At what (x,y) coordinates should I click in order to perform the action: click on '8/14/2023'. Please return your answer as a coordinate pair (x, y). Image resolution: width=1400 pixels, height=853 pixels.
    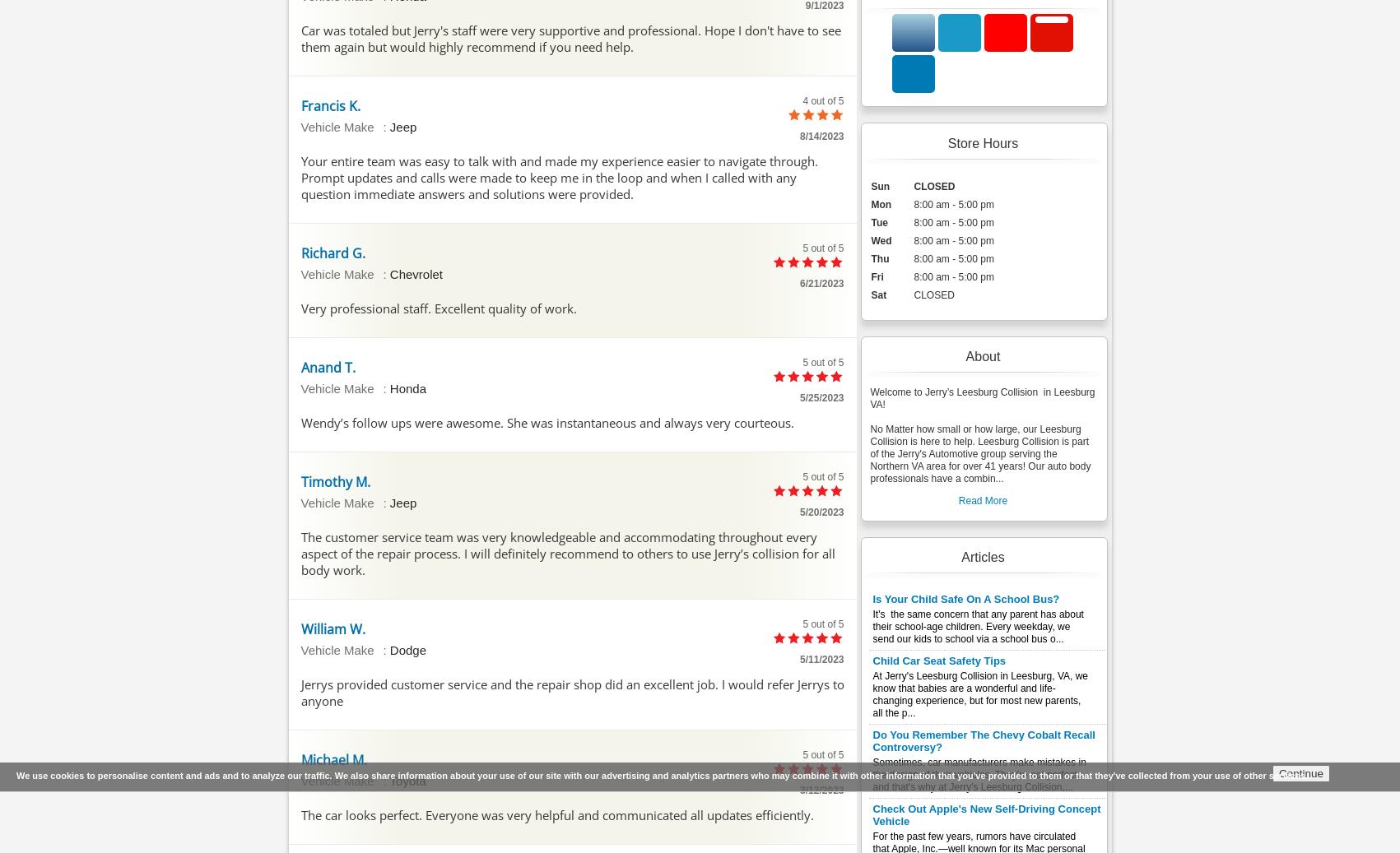
    Looking at the image, I should click on (798, 134).